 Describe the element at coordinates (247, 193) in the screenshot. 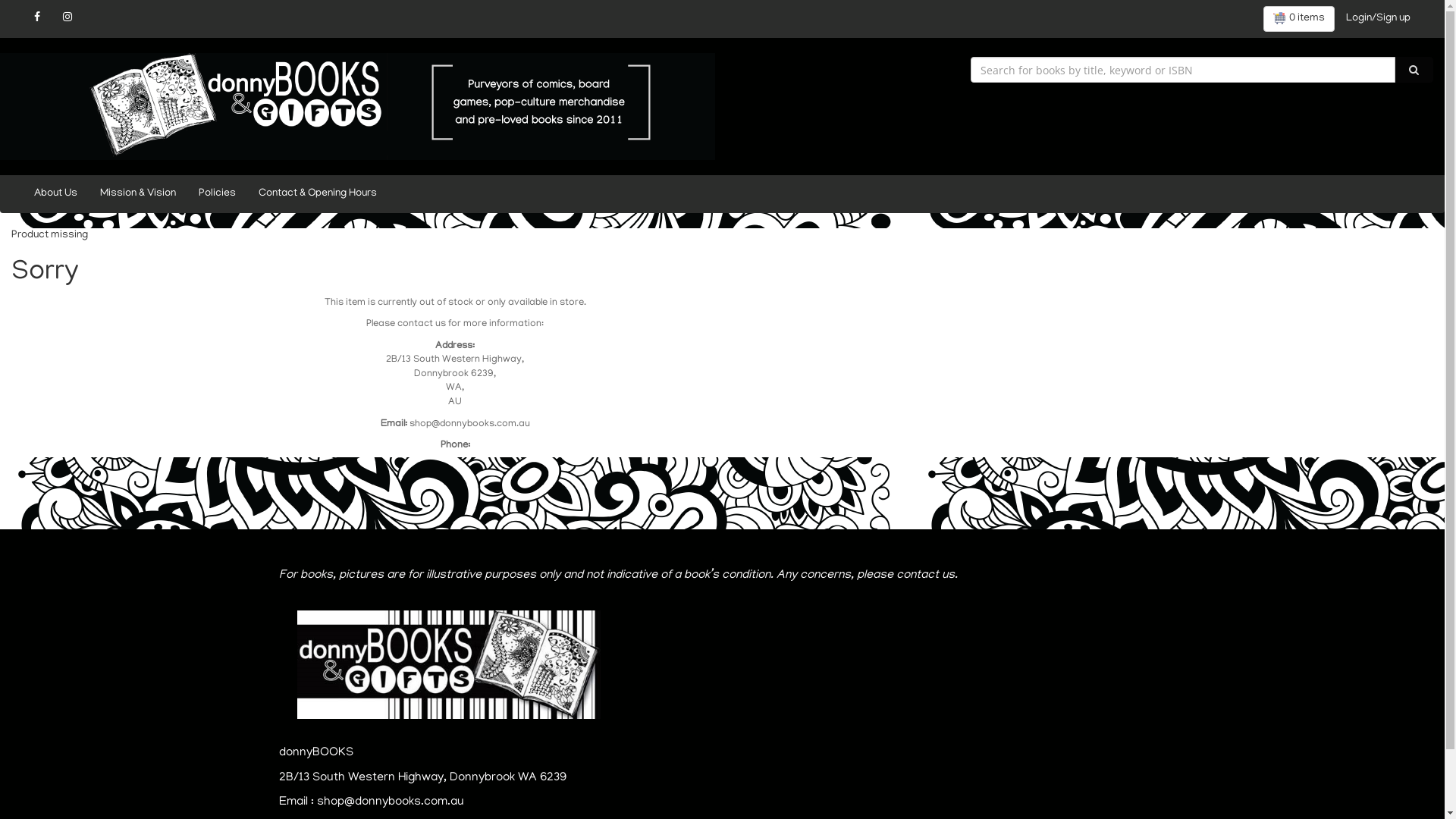

I see `'Contact & Opening Hours'` at that location.